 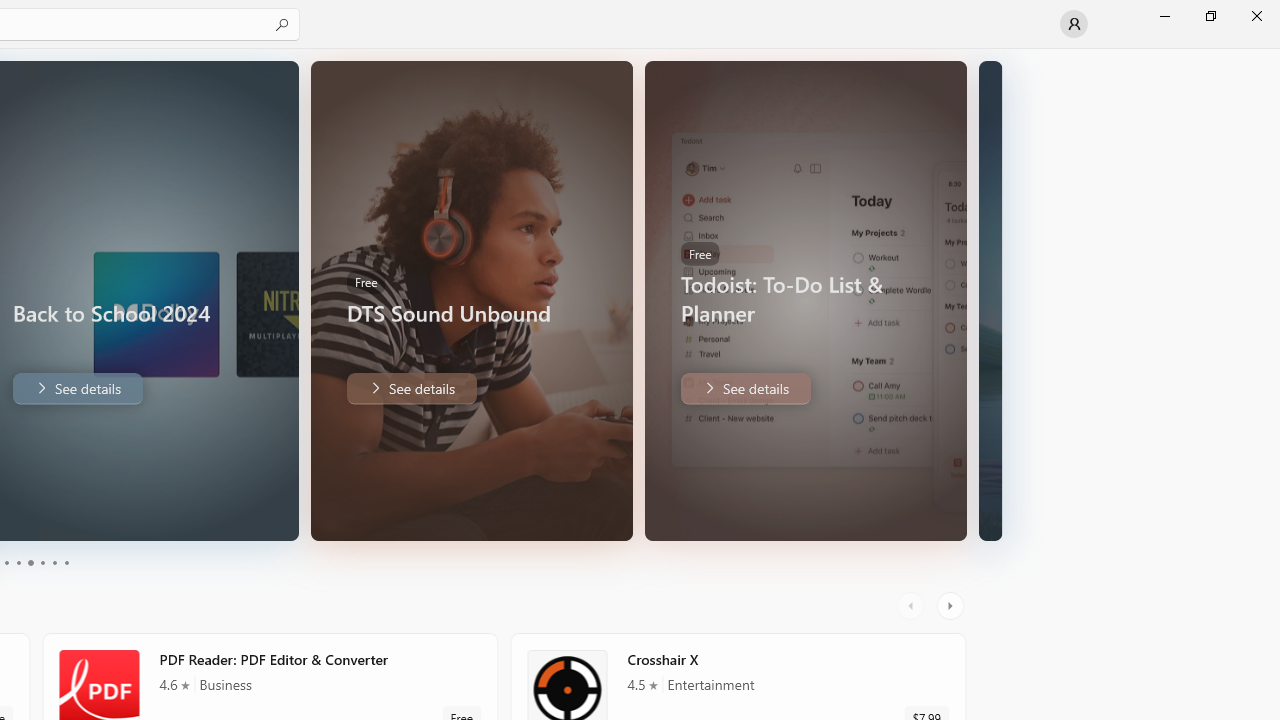 What do you see at coordinates (912, 605) in the screenshot?
I see `'AutomationID: LeftScrollButton'` at bounding box center [912, 605].